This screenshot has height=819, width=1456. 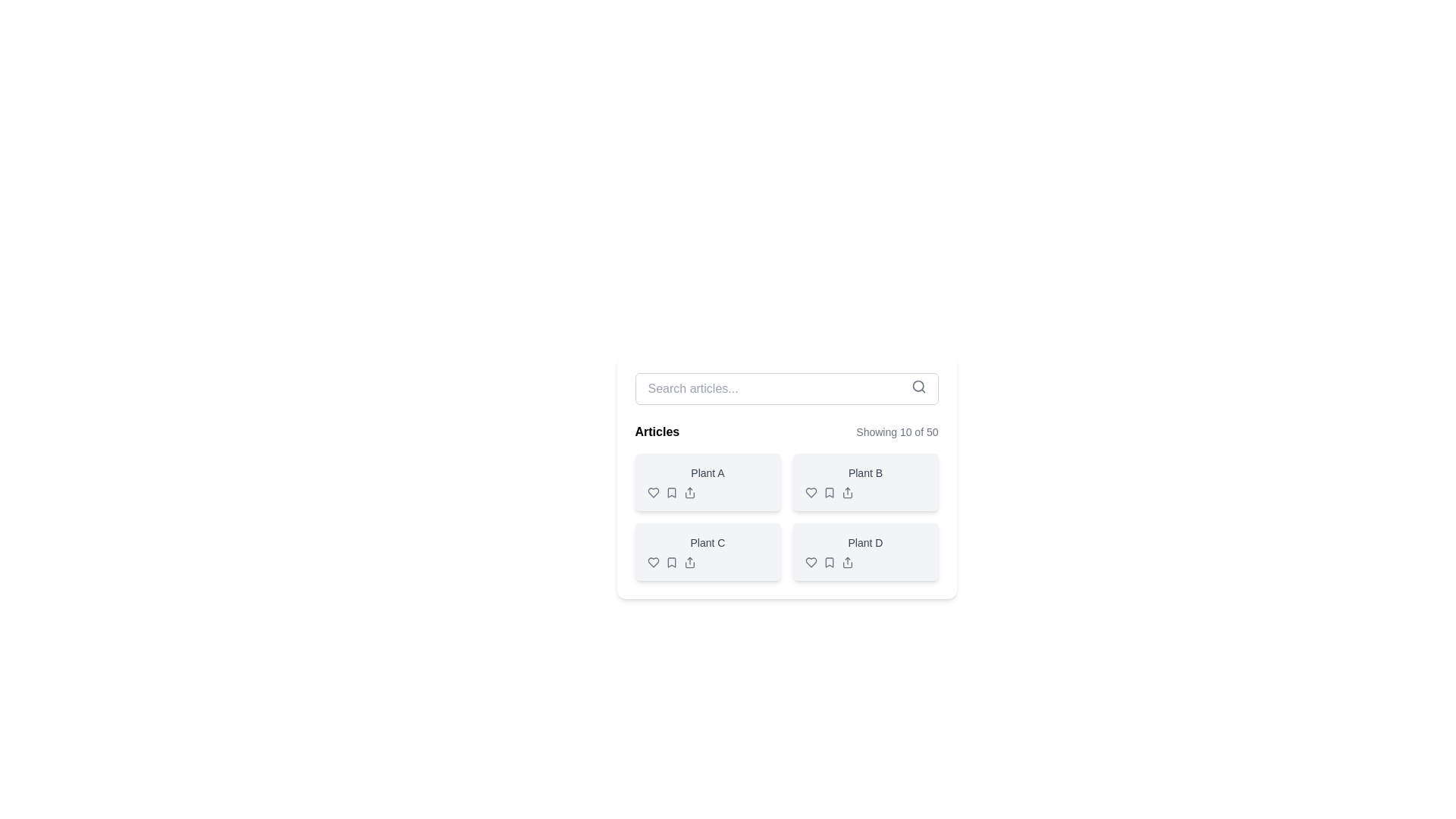 I want to click on the favorite icon located in the bottom-right card labeled 'Plant D', which is the first icon from the left in the icon row, so click(x=810, y=562).